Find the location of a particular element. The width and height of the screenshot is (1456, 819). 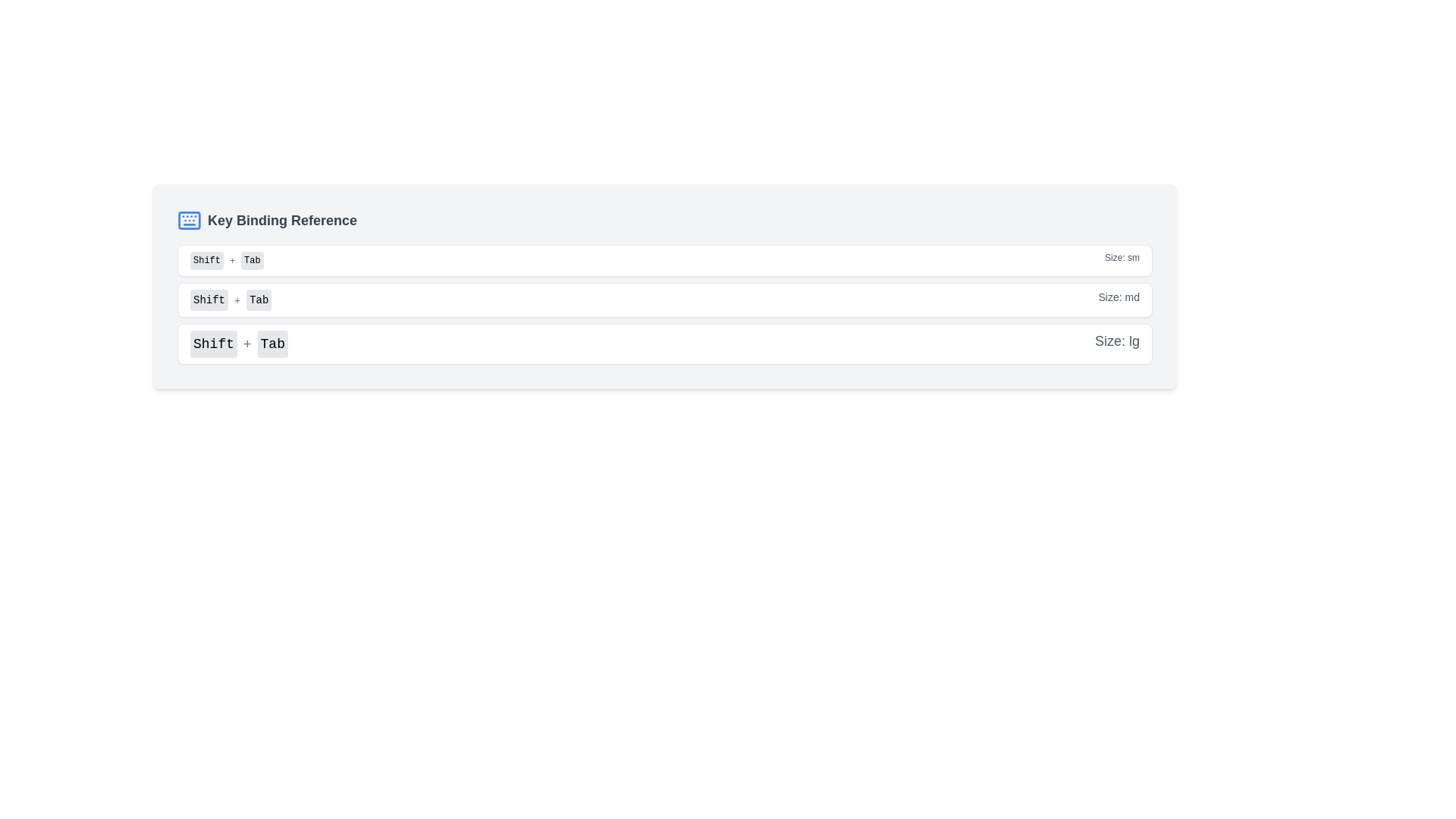

the blue keyboard icon located at the left side of the title 'Key Binding Reference' is located at coordinates (188, 220).